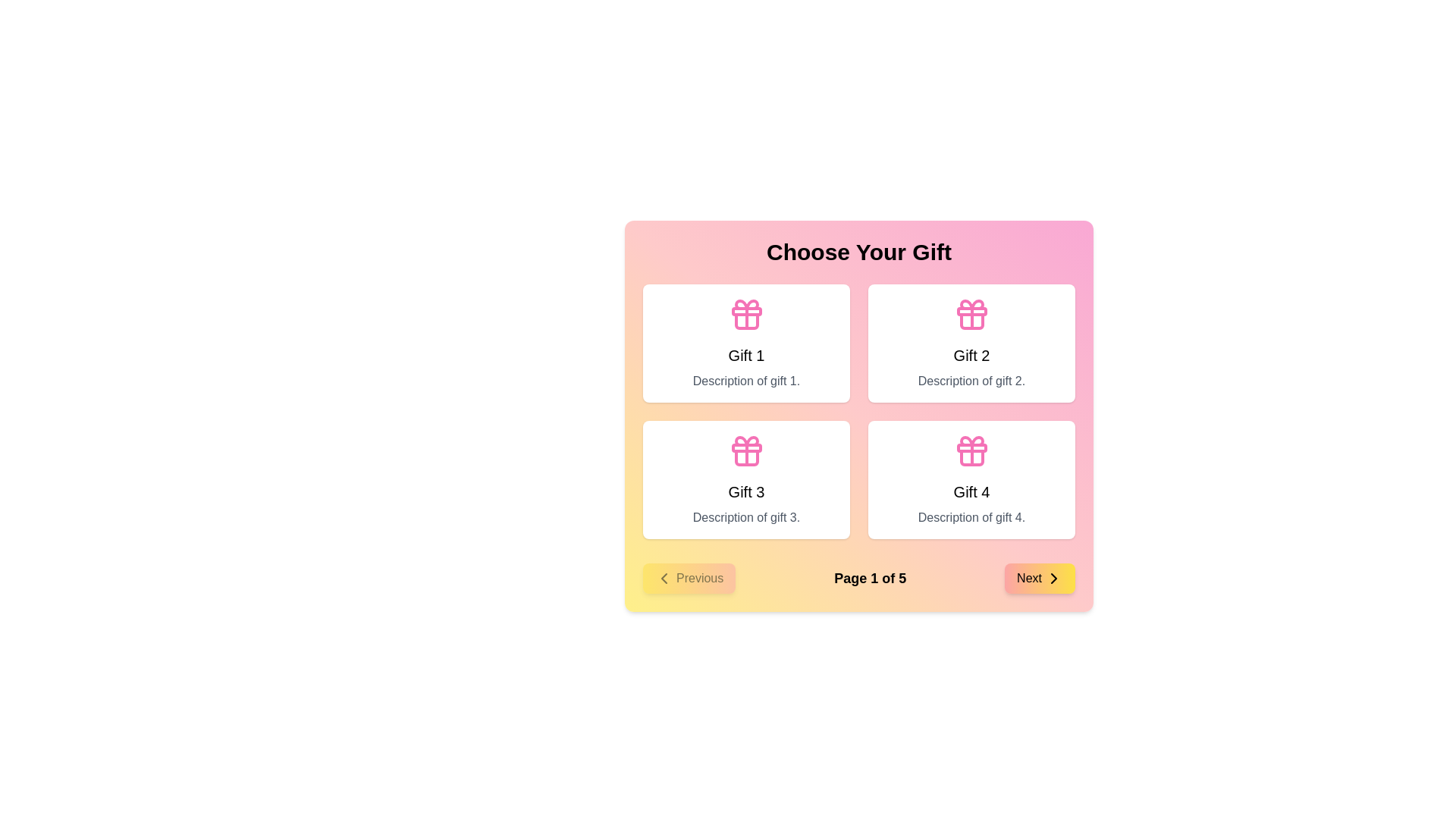 This screenshot has height=819, width=1456. Describe the element at coordinates (746, 479) in the screenshot. I see `the third card in the grid` at that location.